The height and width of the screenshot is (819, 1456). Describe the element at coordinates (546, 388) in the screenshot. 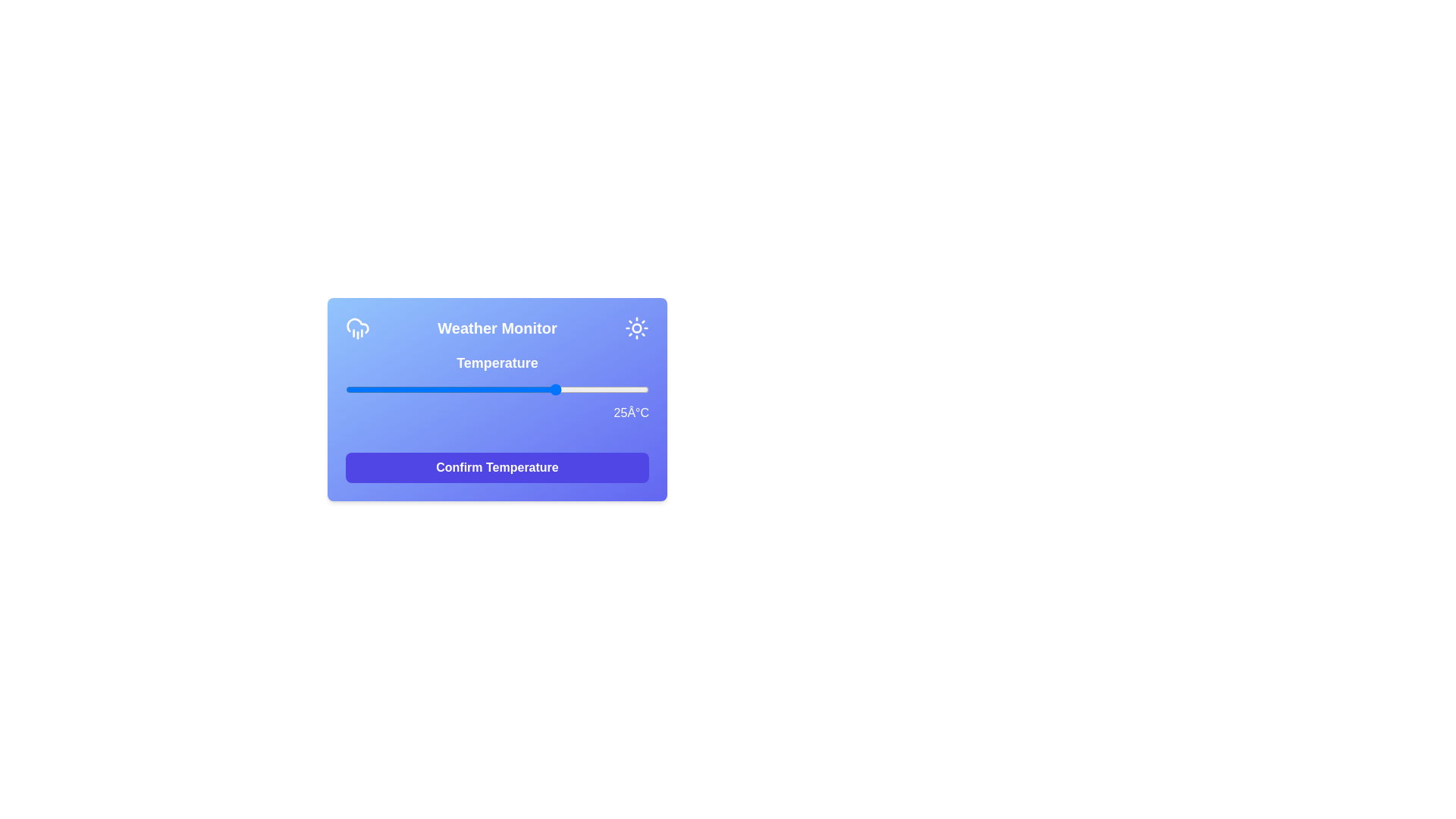

I see `the temperature` at that location.